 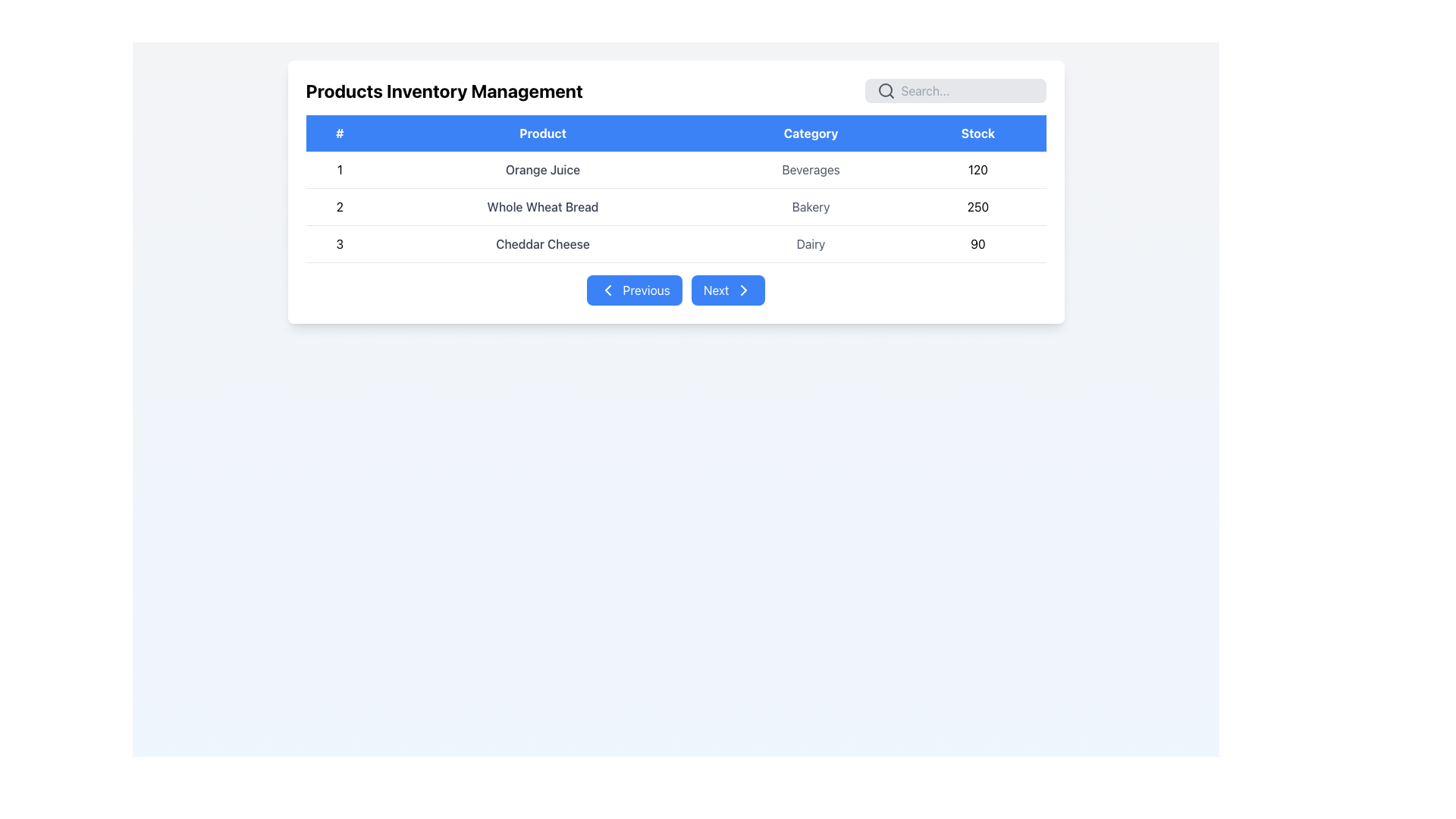 What do you see at coordinates (339, 207) in the screenshot?
I see `the text label in the second row of the table under the '#' header column, which identifies the row for 'Whole Wheat Bread'` at bounding box center [339, 207].